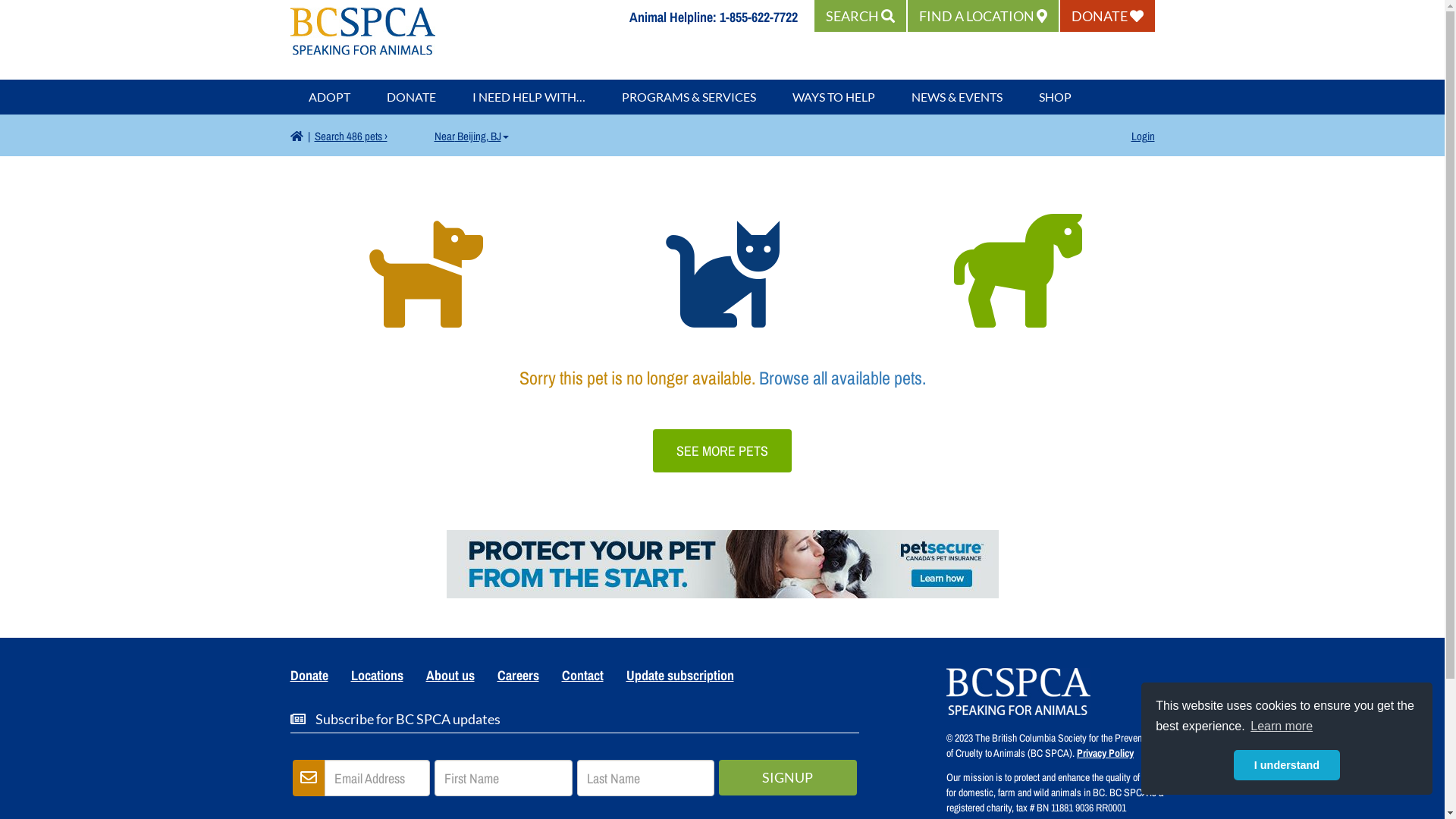 Image resolution: width=1456 pixels, height=819 pixels. What do you see at coordinates (1105, 752) in the screenshot?
I see `'Privacy Policy'` at bounding box center [1105, 752].